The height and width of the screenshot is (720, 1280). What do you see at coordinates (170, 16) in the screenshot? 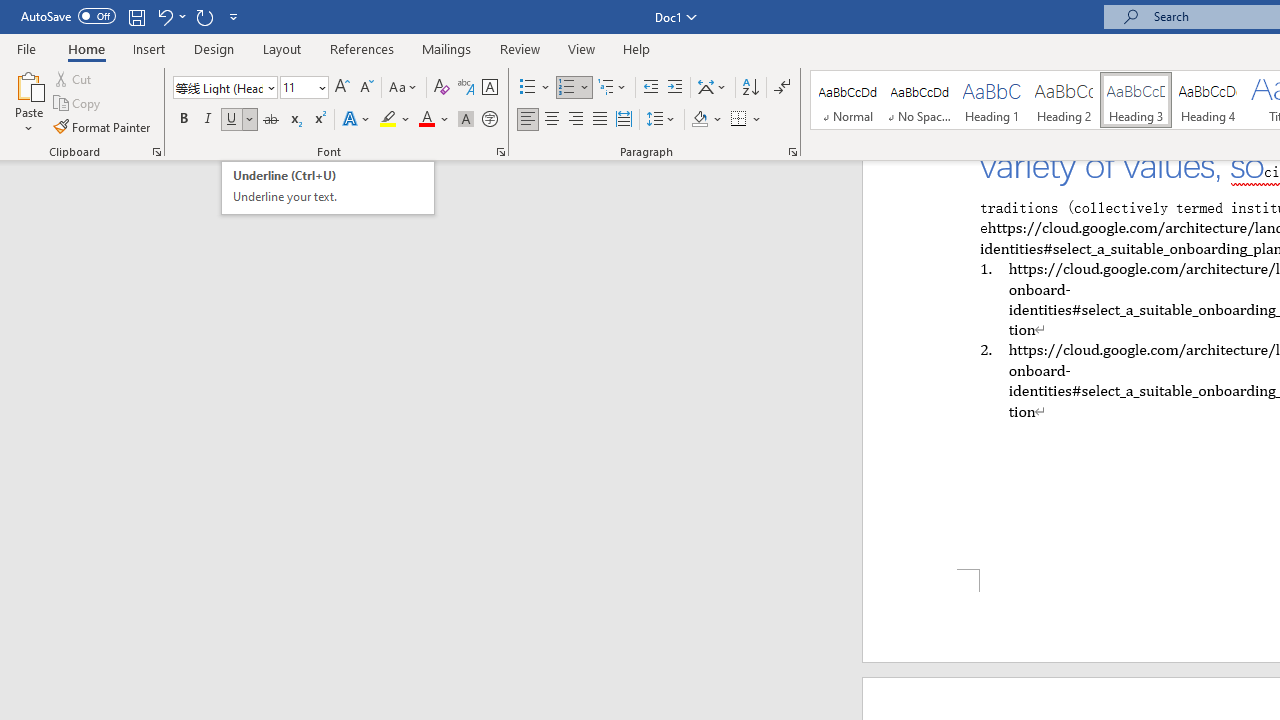
I see `'Undo Paragraph Alignment'` at bounding box center [170, 16].